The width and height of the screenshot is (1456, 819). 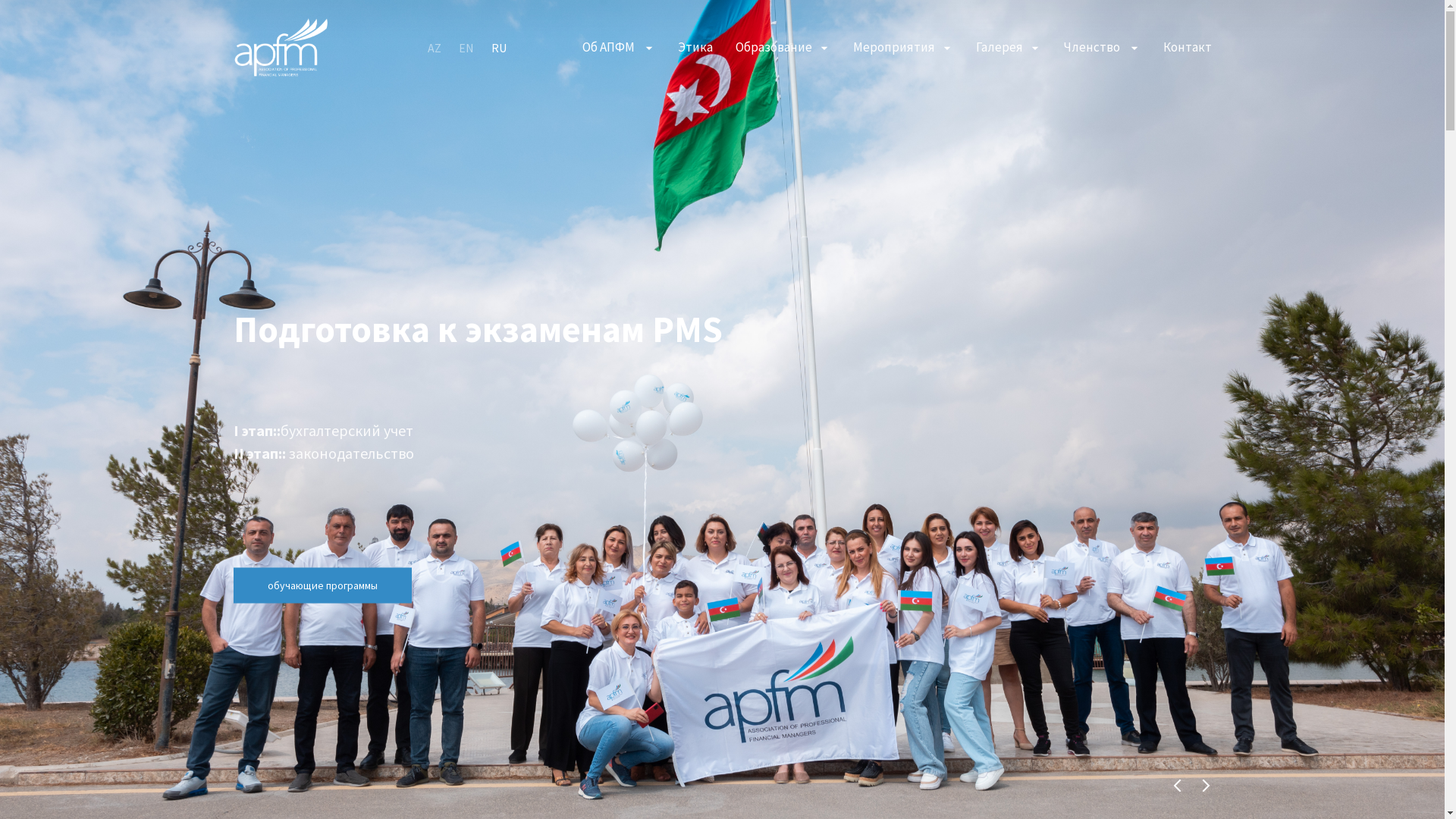 What do you see at coordinates (433, 46) in the screenshot?
I see `'AZ'` at bounding box center [433, 46].